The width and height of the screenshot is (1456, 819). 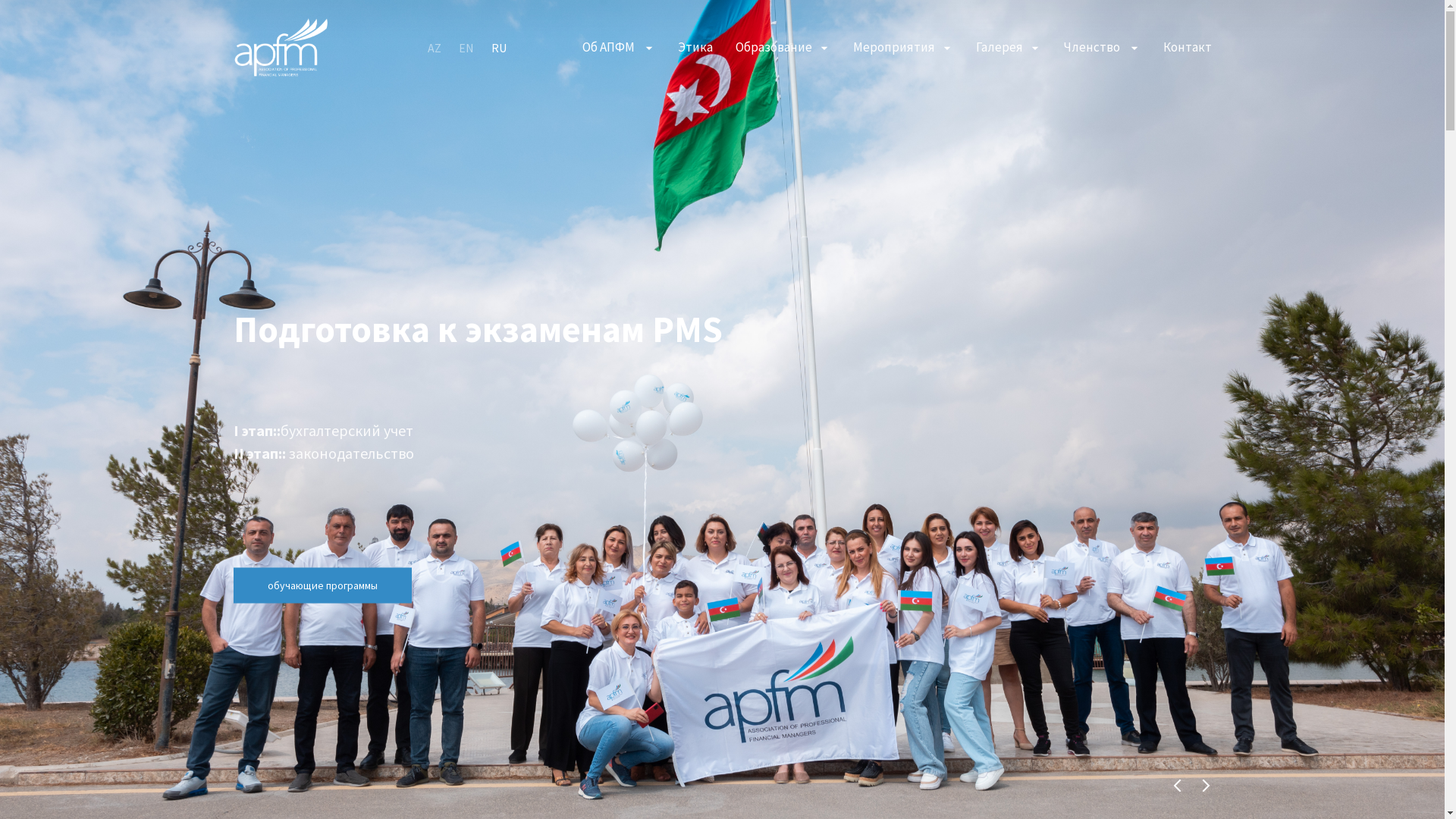 What do you see at coordinates (433, 46) in the screenshot?
I see `'AZ'` at bounding box center [433, 46].